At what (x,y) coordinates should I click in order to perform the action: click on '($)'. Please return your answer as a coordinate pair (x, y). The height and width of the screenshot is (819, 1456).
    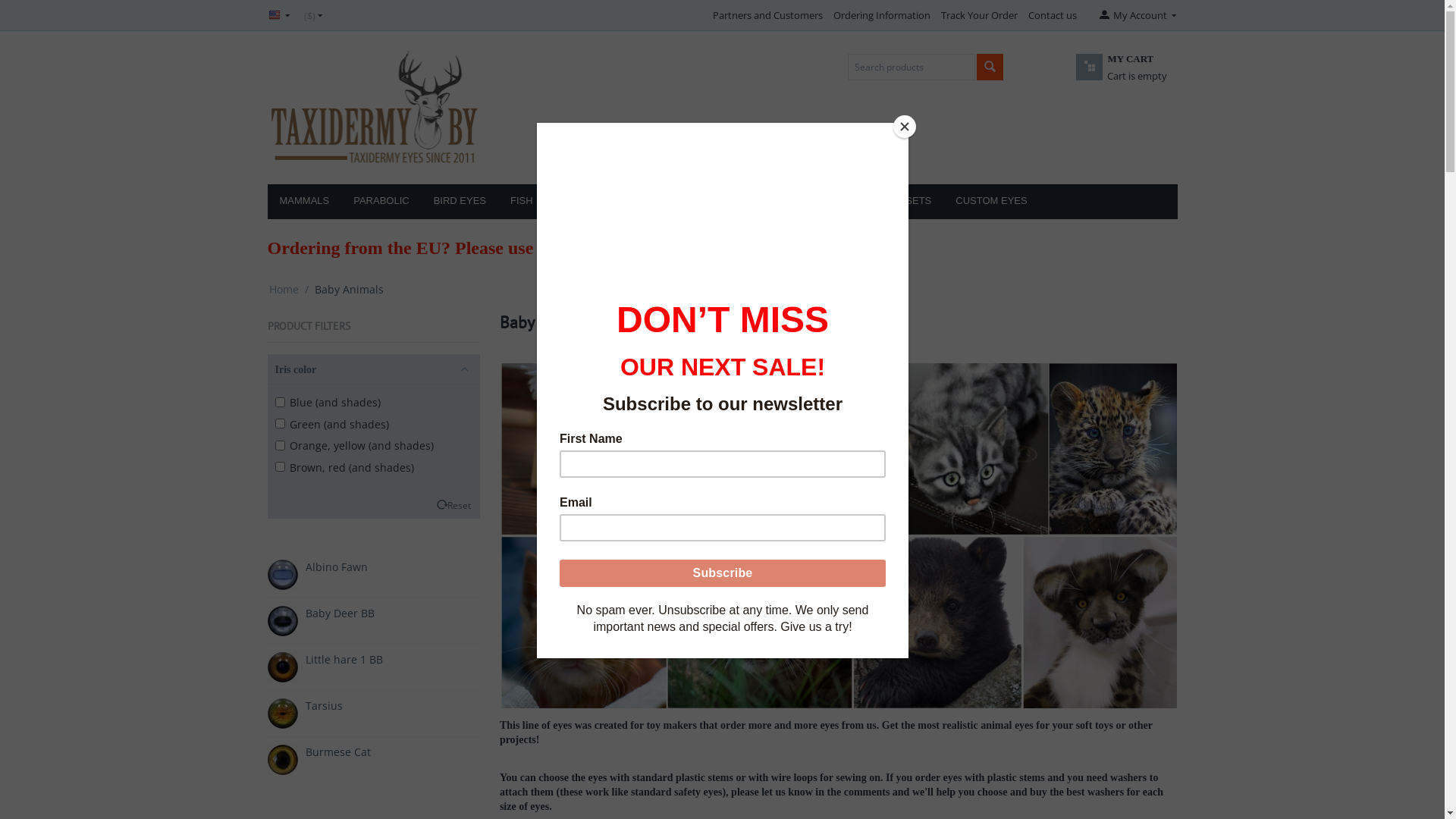
    Looking at the image, I should click on (312, 14).